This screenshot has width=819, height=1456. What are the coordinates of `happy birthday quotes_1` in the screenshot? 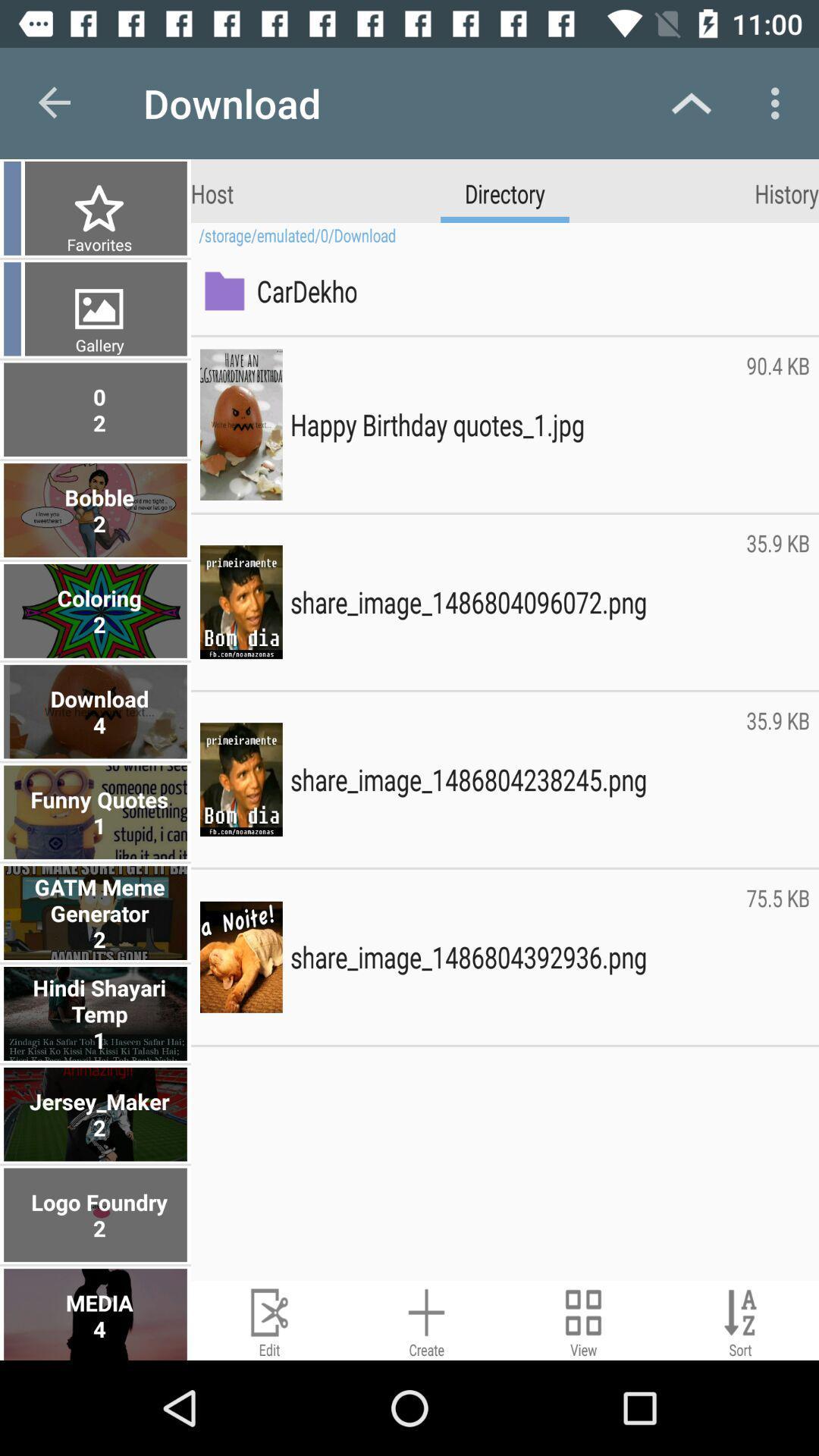 It's located at (513, 424).